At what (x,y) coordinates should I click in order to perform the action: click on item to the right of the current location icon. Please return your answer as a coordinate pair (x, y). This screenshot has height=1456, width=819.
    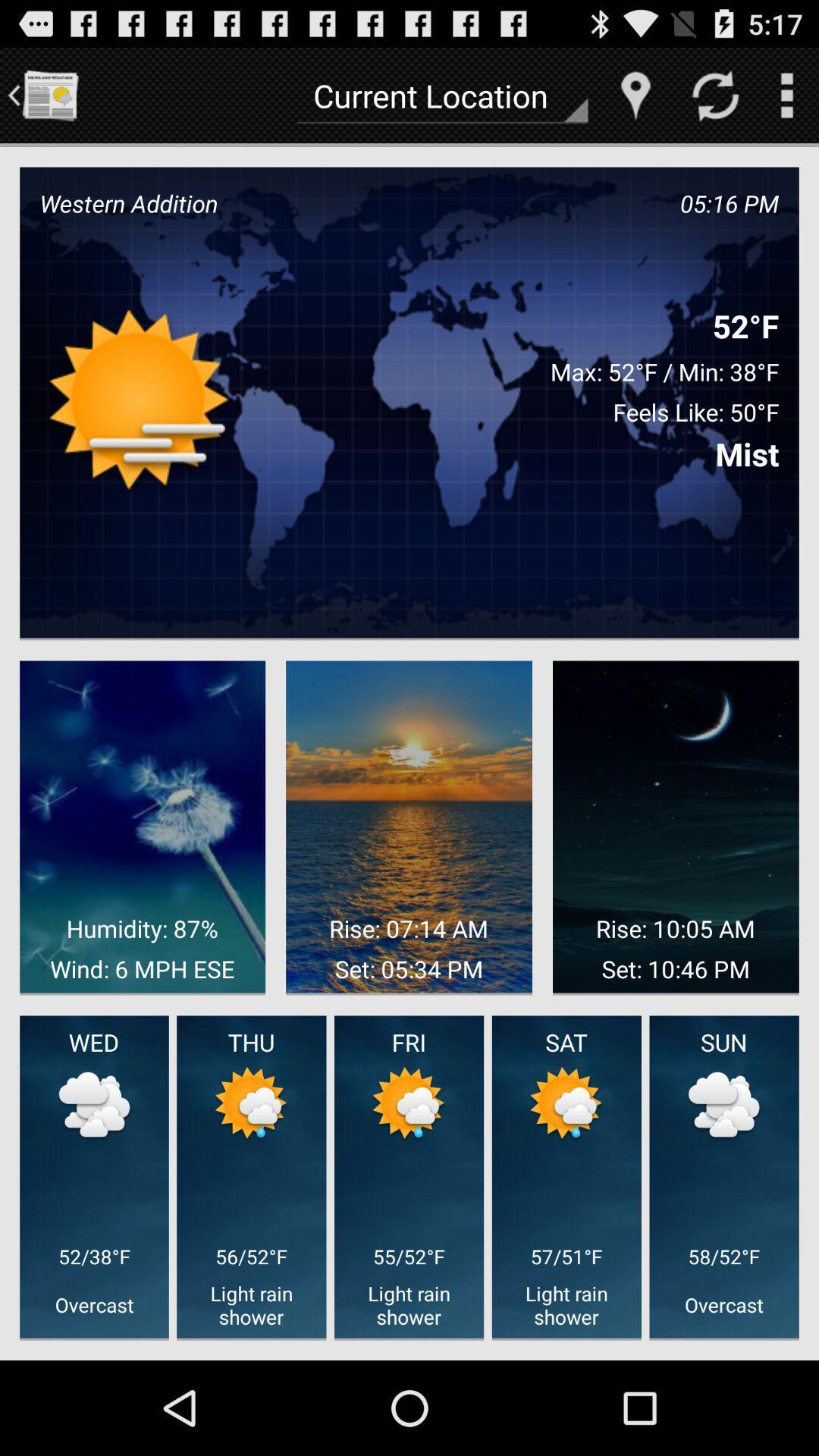
    Looking at the image, I should click on (635, 94).